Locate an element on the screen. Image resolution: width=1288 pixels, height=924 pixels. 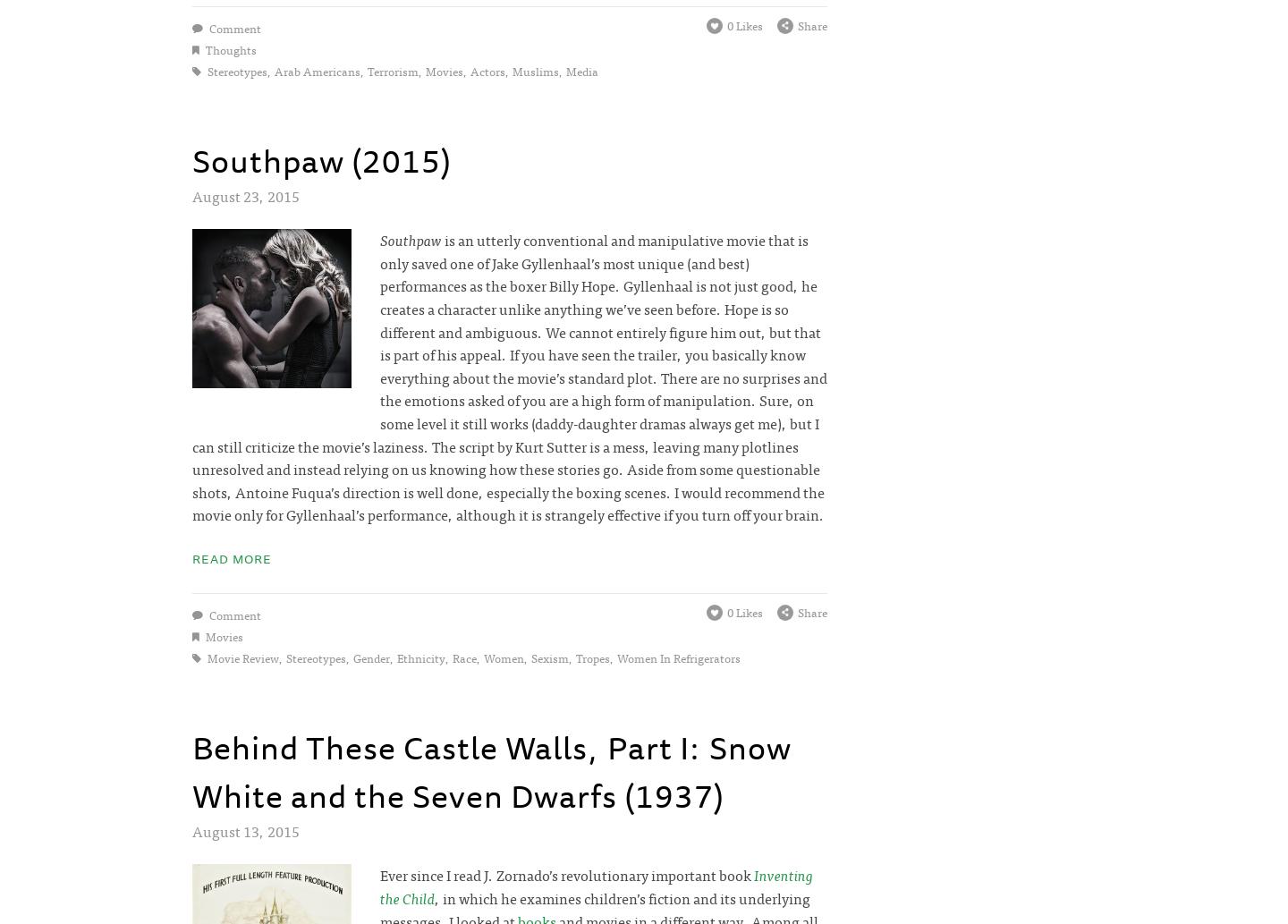
'media' is located at coordinates (580, 71).